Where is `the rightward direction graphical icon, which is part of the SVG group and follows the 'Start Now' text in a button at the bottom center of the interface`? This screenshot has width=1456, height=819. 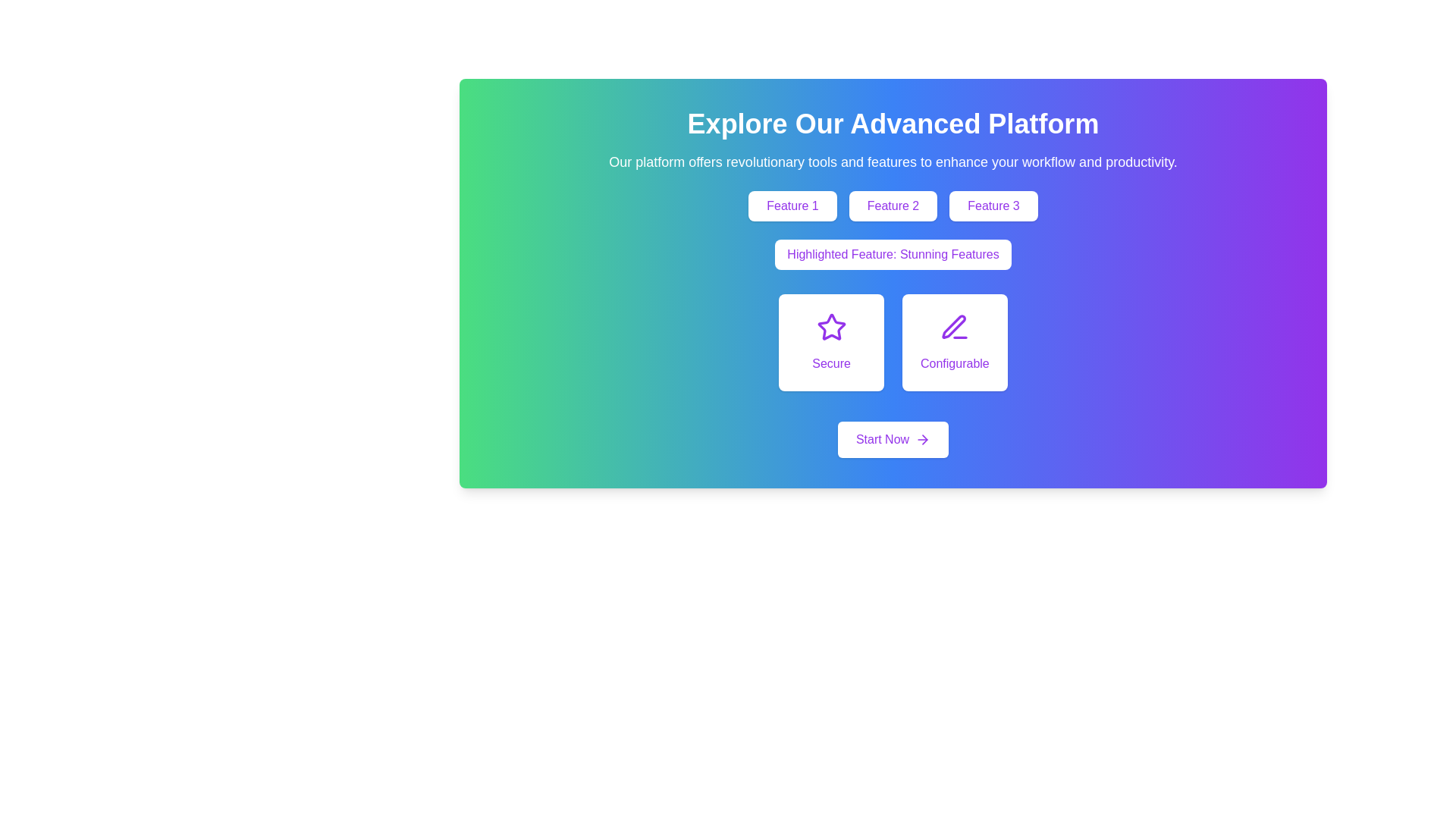 the rightward direction graphical icon, which is part of the SVG group and follows the 'Start Now' text in a button at the bottom center of the interface is located at coordinates (924, 439).